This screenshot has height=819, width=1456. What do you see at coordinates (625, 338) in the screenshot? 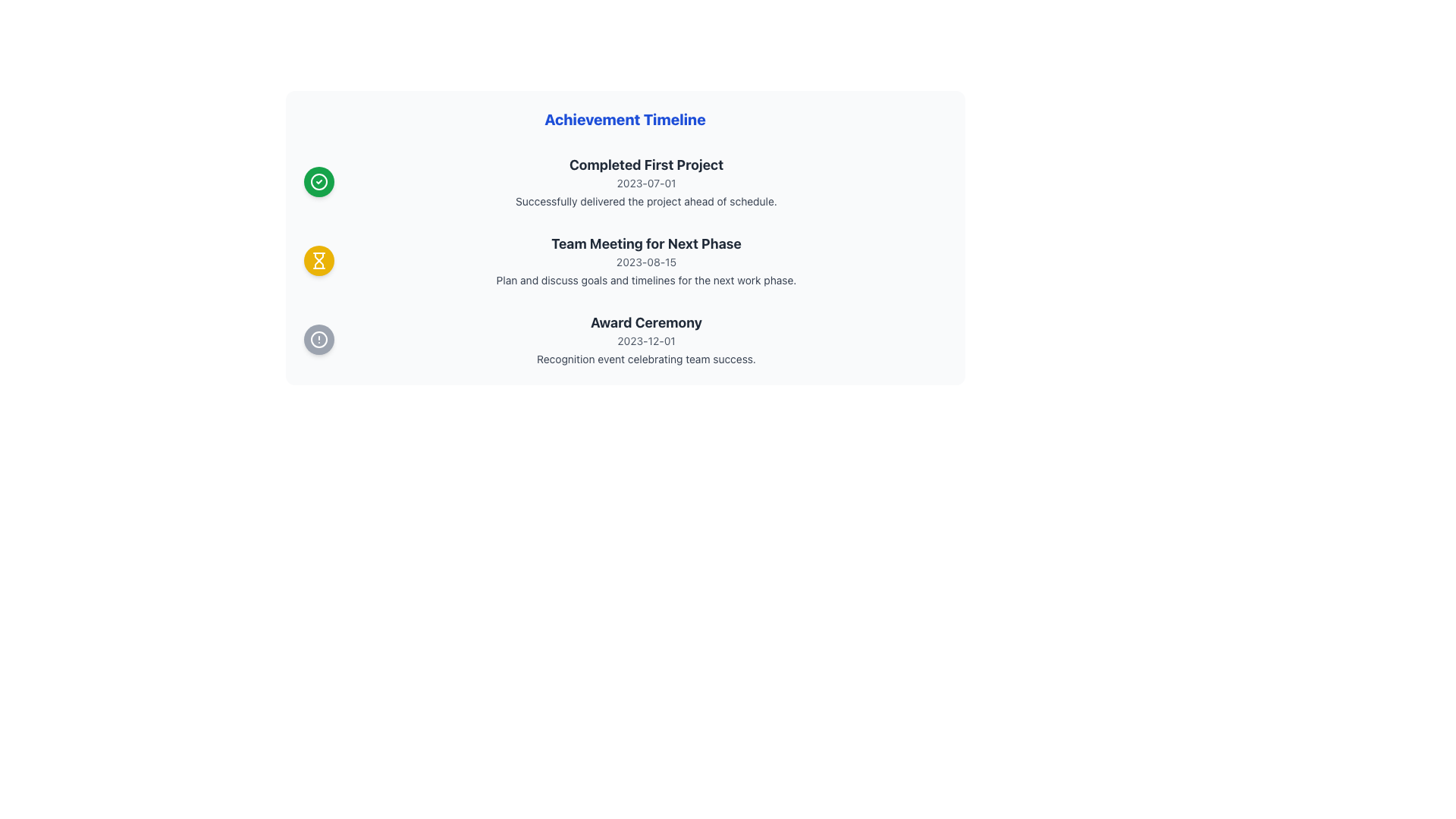
I see `information displayed in the Event Entry Block titled 'Award Ceremony', which includes the date '2023-12-01' and the description 'Recognition event celebrating team success.'` at bounding box center [625, 338].